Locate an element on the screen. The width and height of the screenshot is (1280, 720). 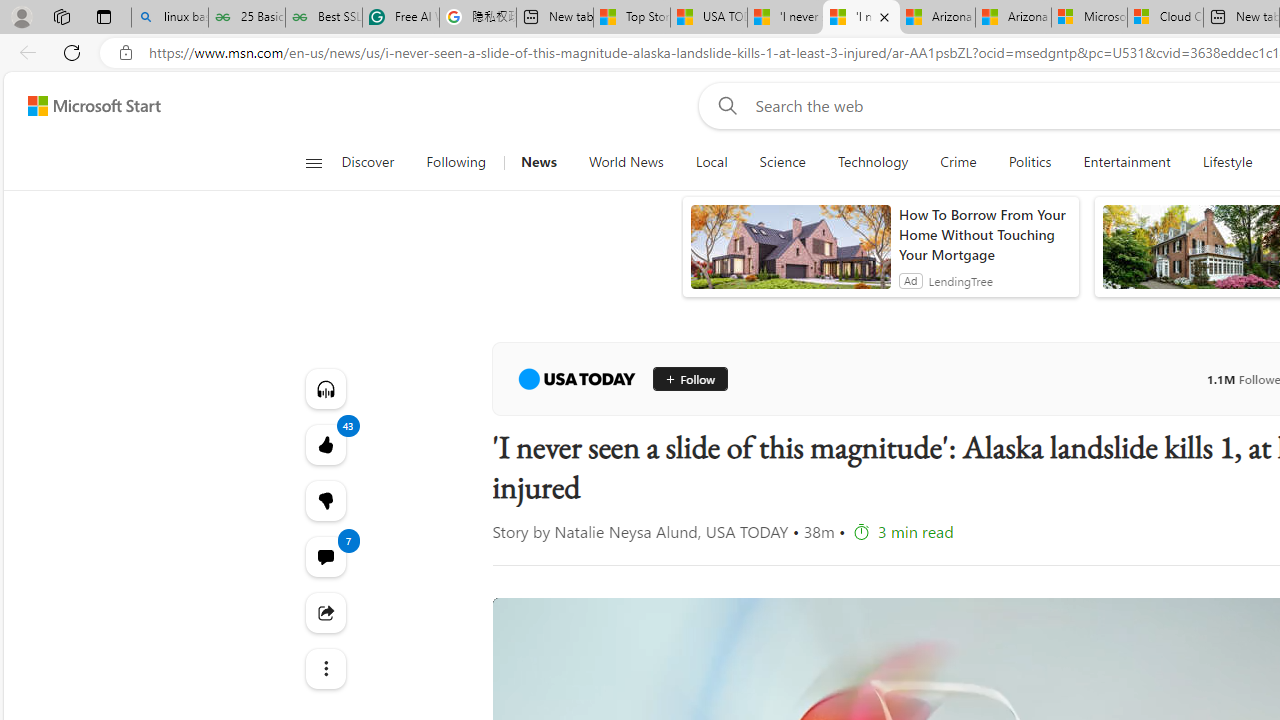
'Best SSL Certificates Provider in India - GeeksforGeeks' is located at coordinates (323, 17).